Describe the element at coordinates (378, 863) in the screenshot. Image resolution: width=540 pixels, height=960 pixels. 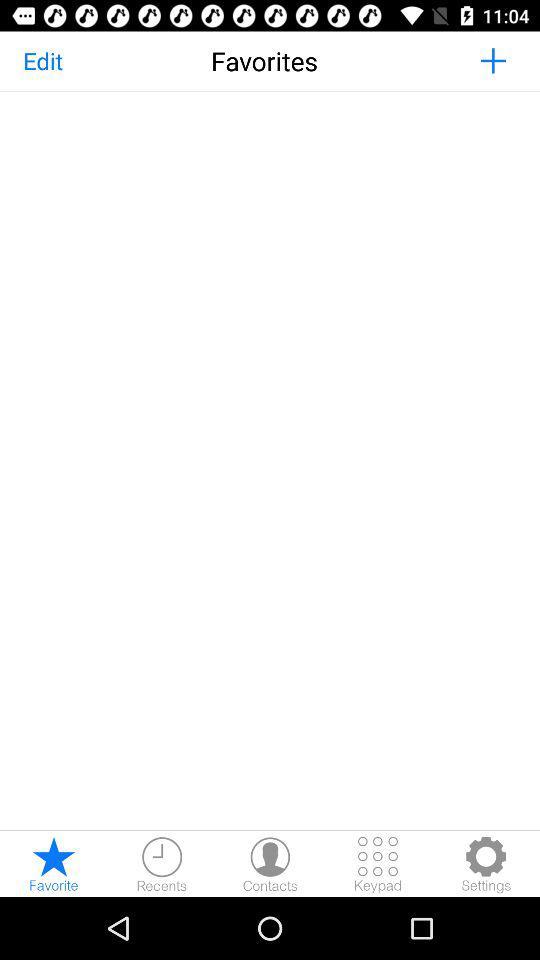
I see `open the keypad` at that location.